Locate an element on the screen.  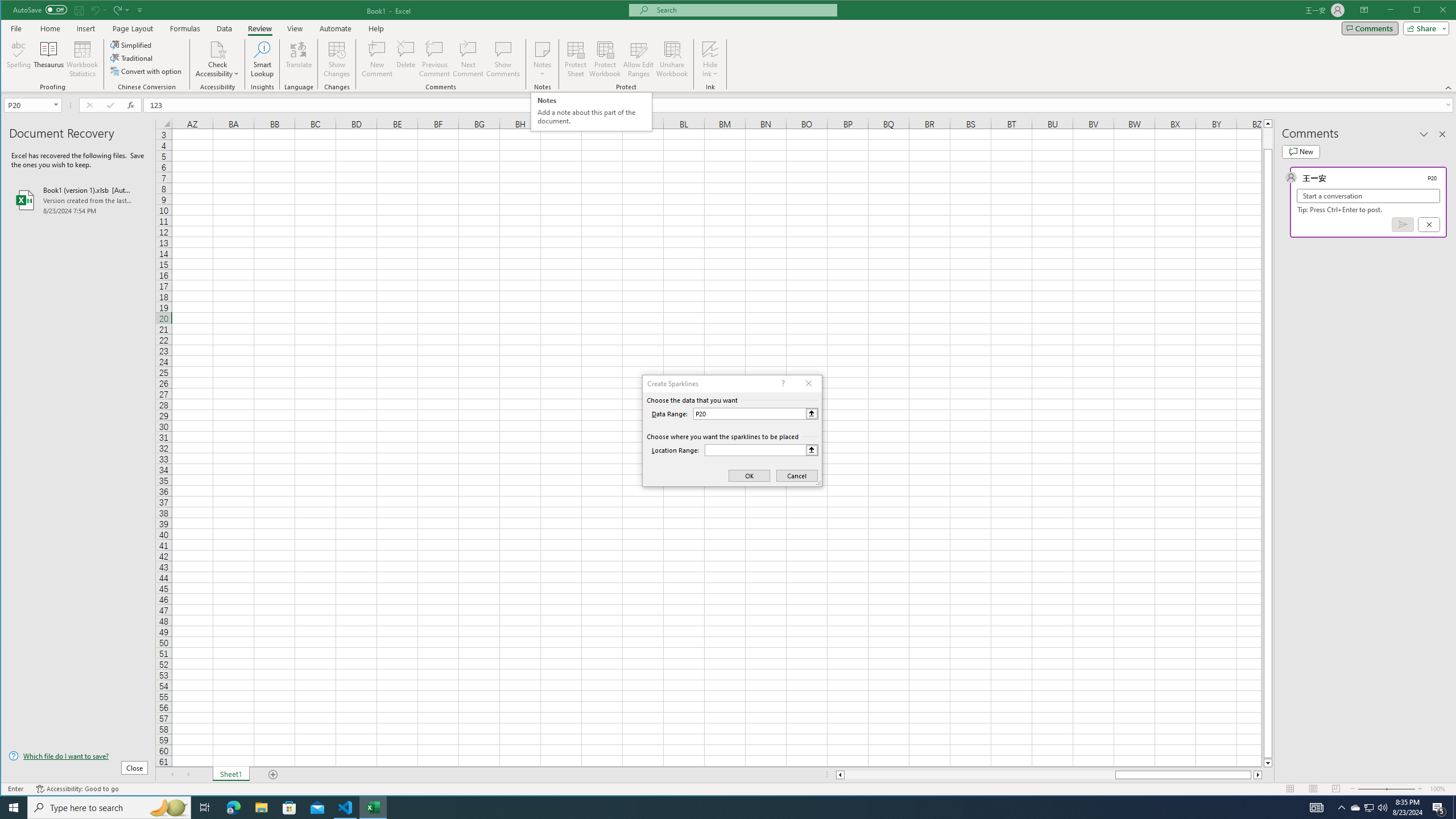
'Redo' is located at coordinates (120, 9).